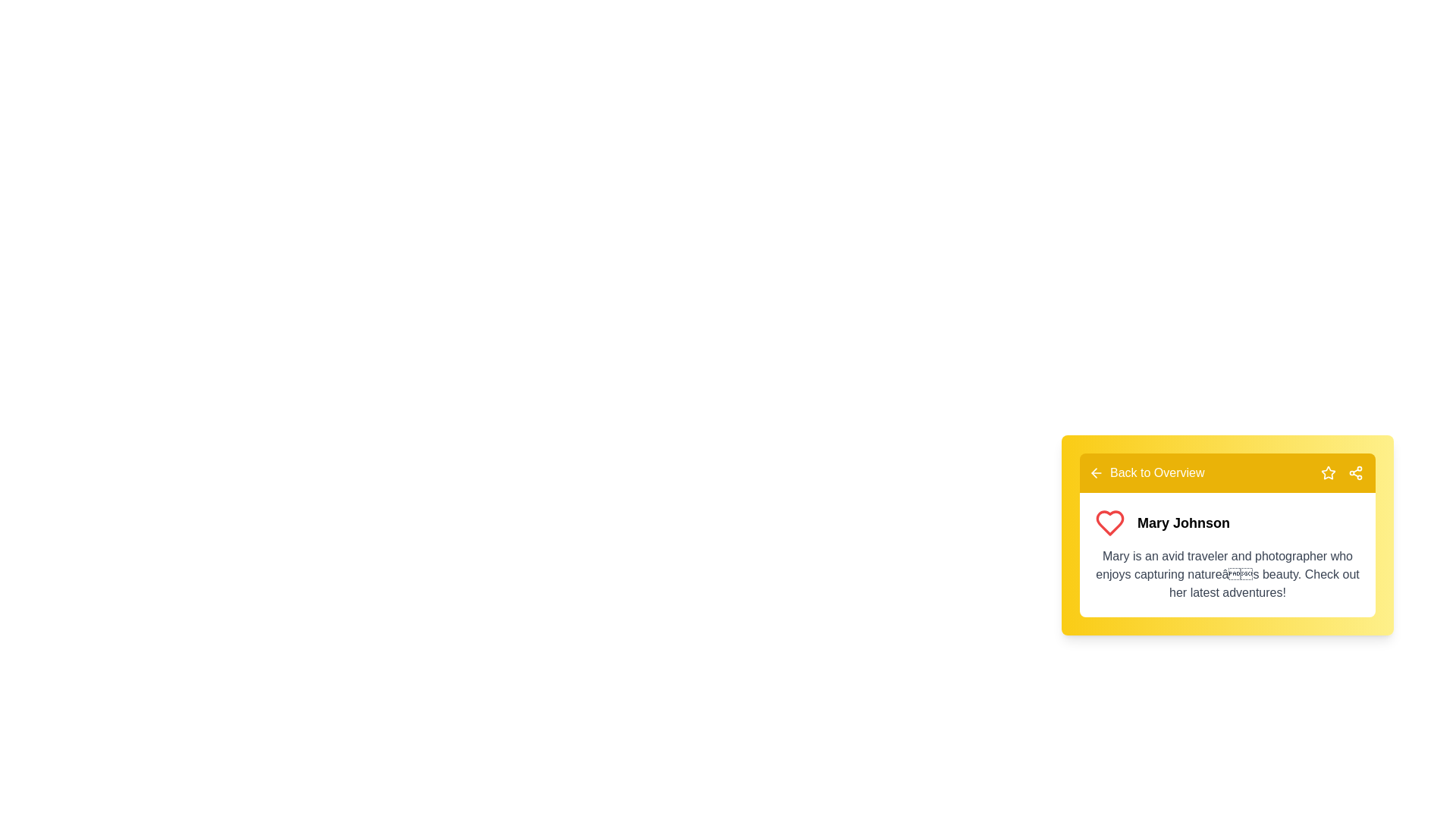 The height and width of the screenshot is (819, 1456). I want to click on the text block providing information about 'Mary Johnson', located beneath the heading with a white background and rounded corners, so click(1227, 575).